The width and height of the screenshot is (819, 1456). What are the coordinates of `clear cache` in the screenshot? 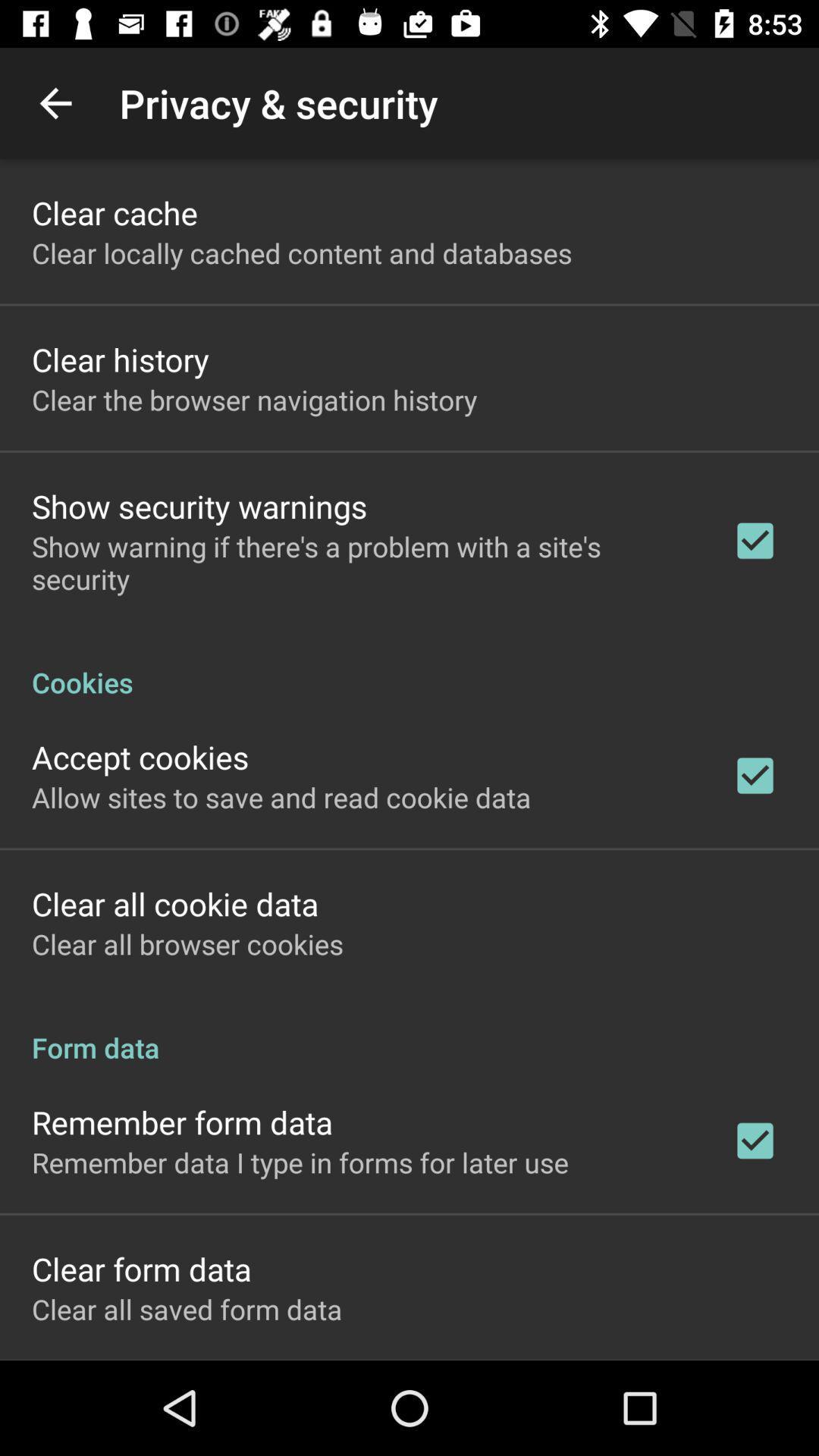 It's located at (114, 212).